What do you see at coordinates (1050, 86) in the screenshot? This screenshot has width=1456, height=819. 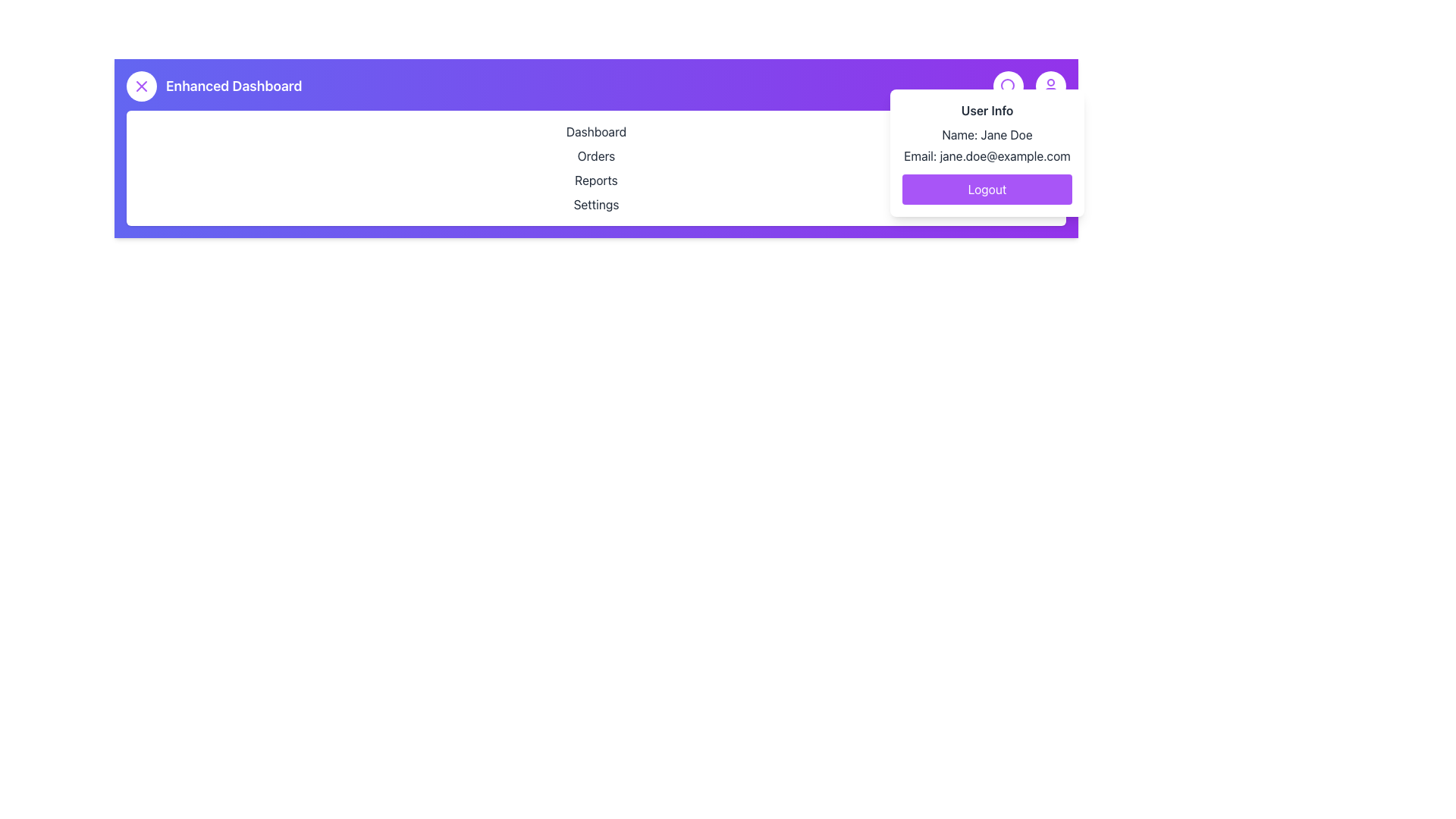 I see `the user profile button located at the top-right corner of the interface` at bounding box center [1050, 86].